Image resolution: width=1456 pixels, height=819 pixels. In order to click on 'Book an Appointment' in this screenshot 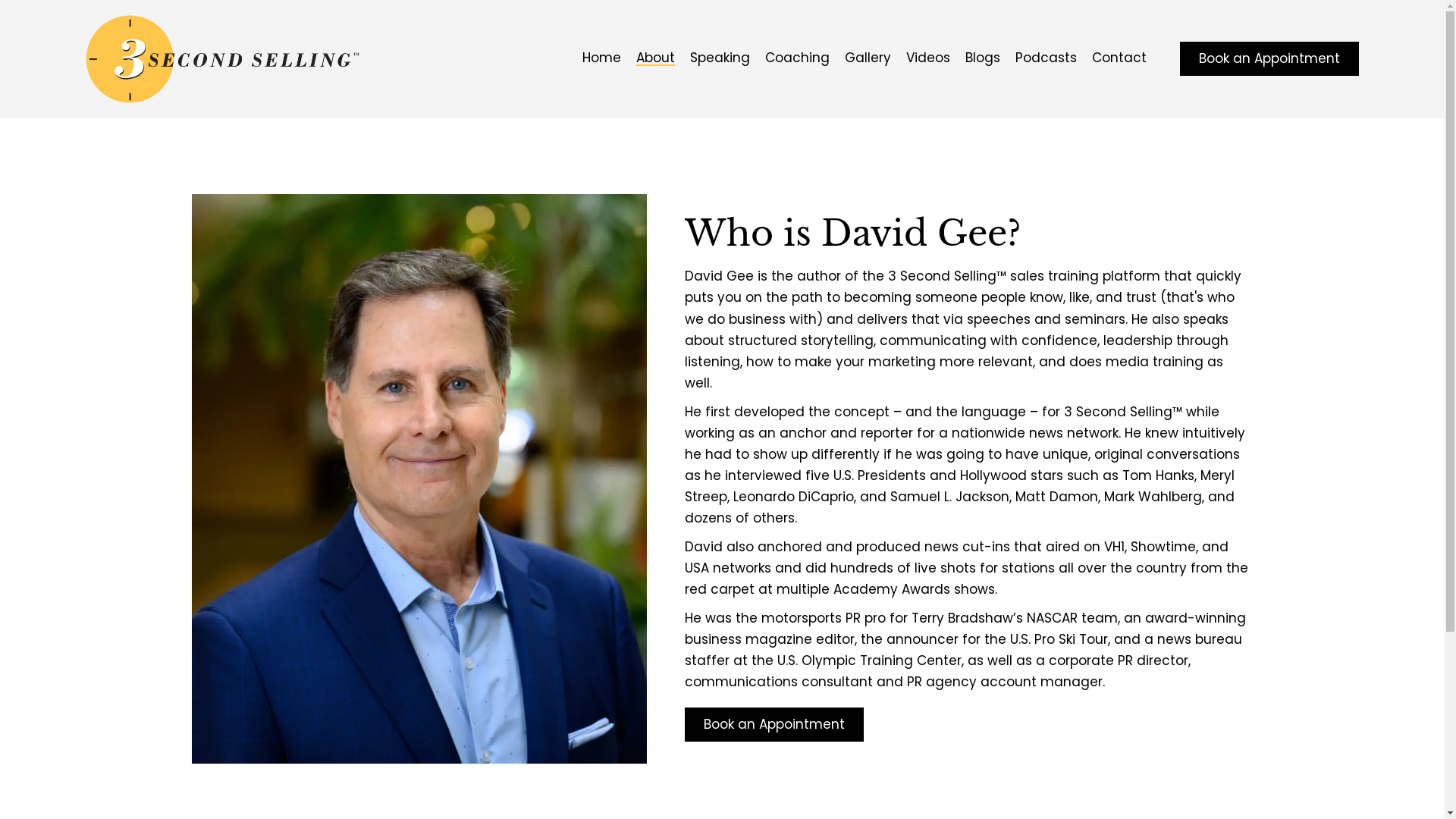, I will do `click(774, 723)`.